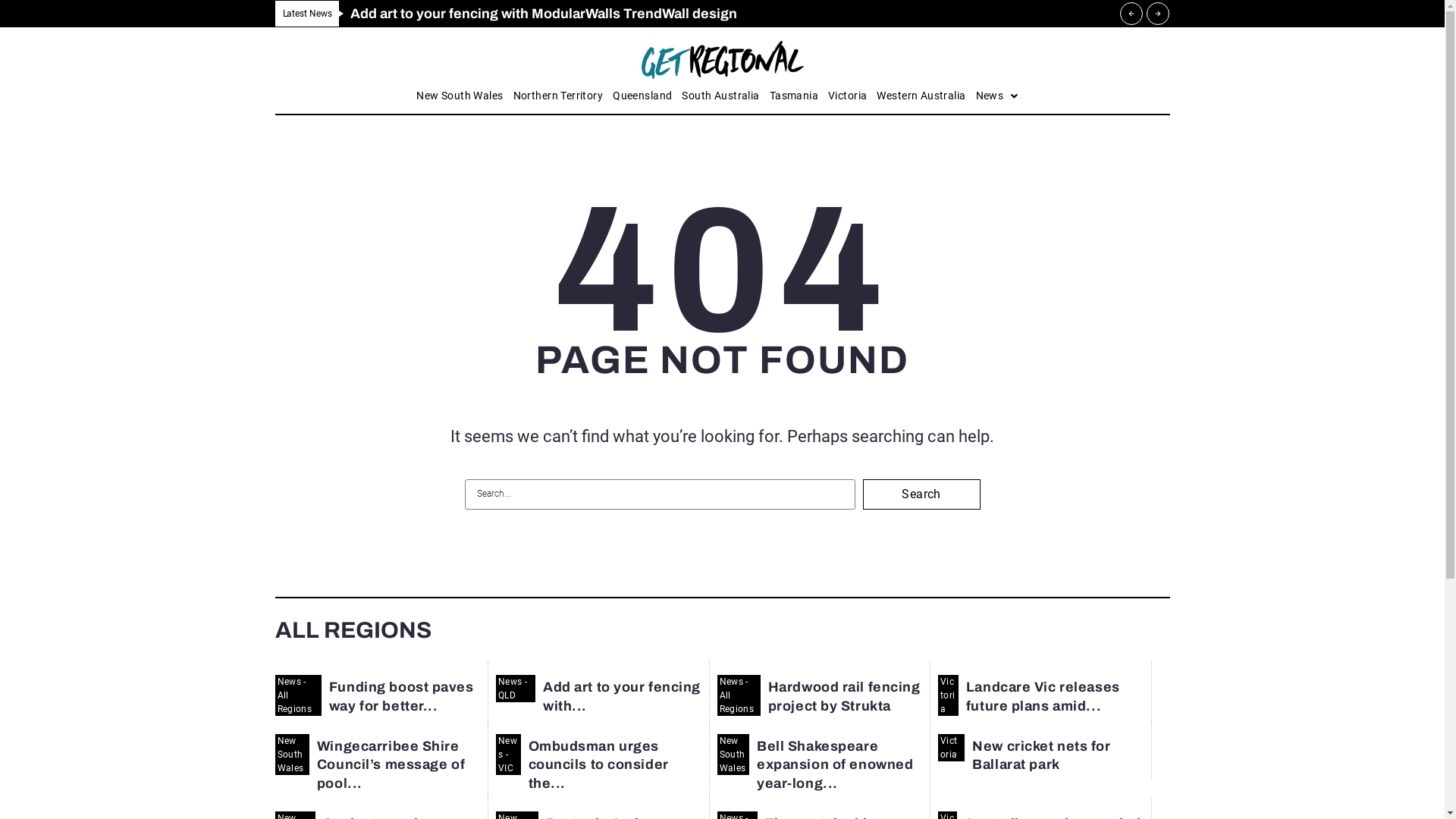  Describe the element at coordinates (833, 764) in the screenshot. I see `'Bell Shakespeare expansion of enowned year-long...'` at that location.